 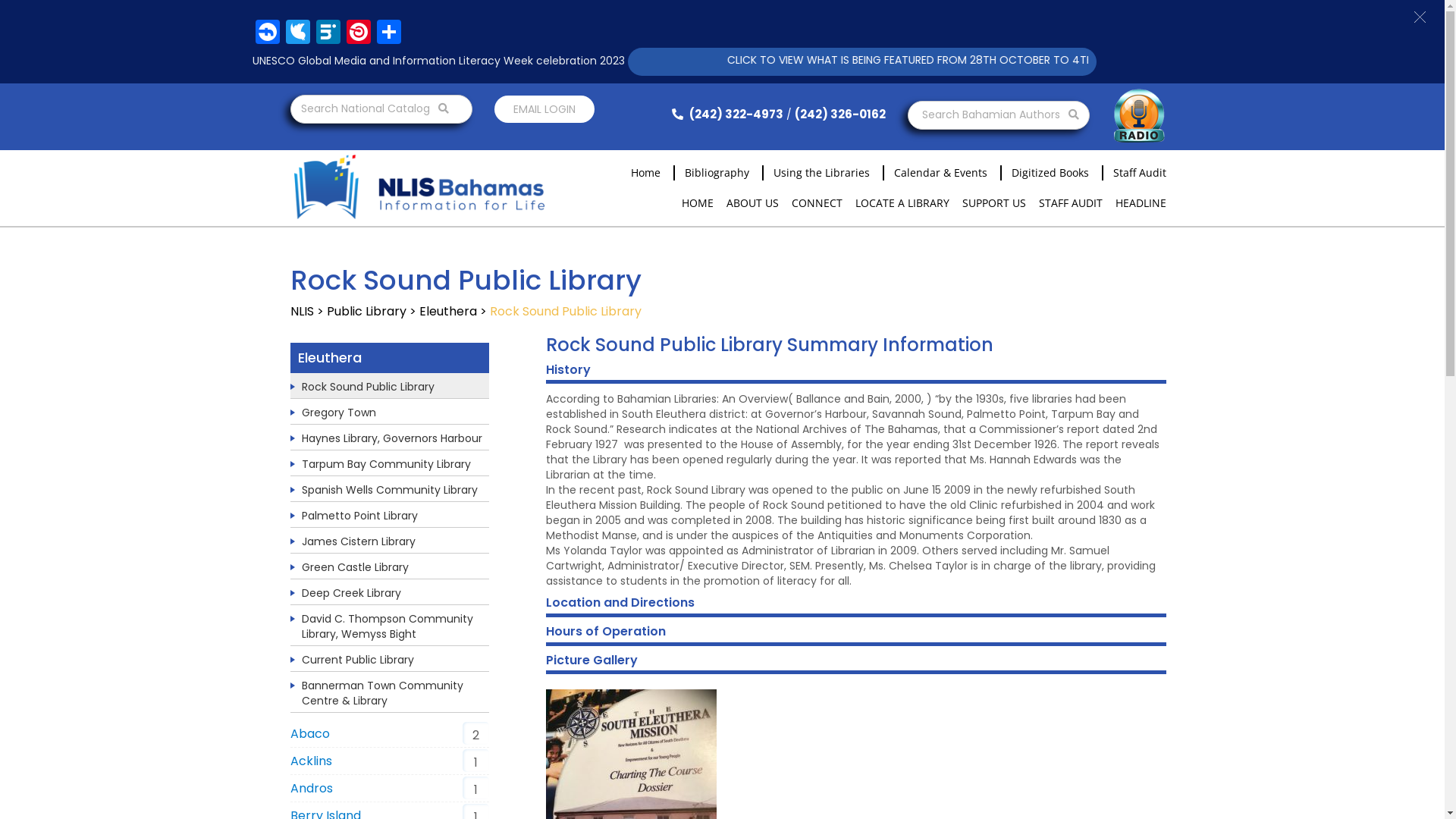 What do you see at coordinates (814, 171) in the screenshot?
I see `'Using the Libraries'` at bounding box center [814, 171].